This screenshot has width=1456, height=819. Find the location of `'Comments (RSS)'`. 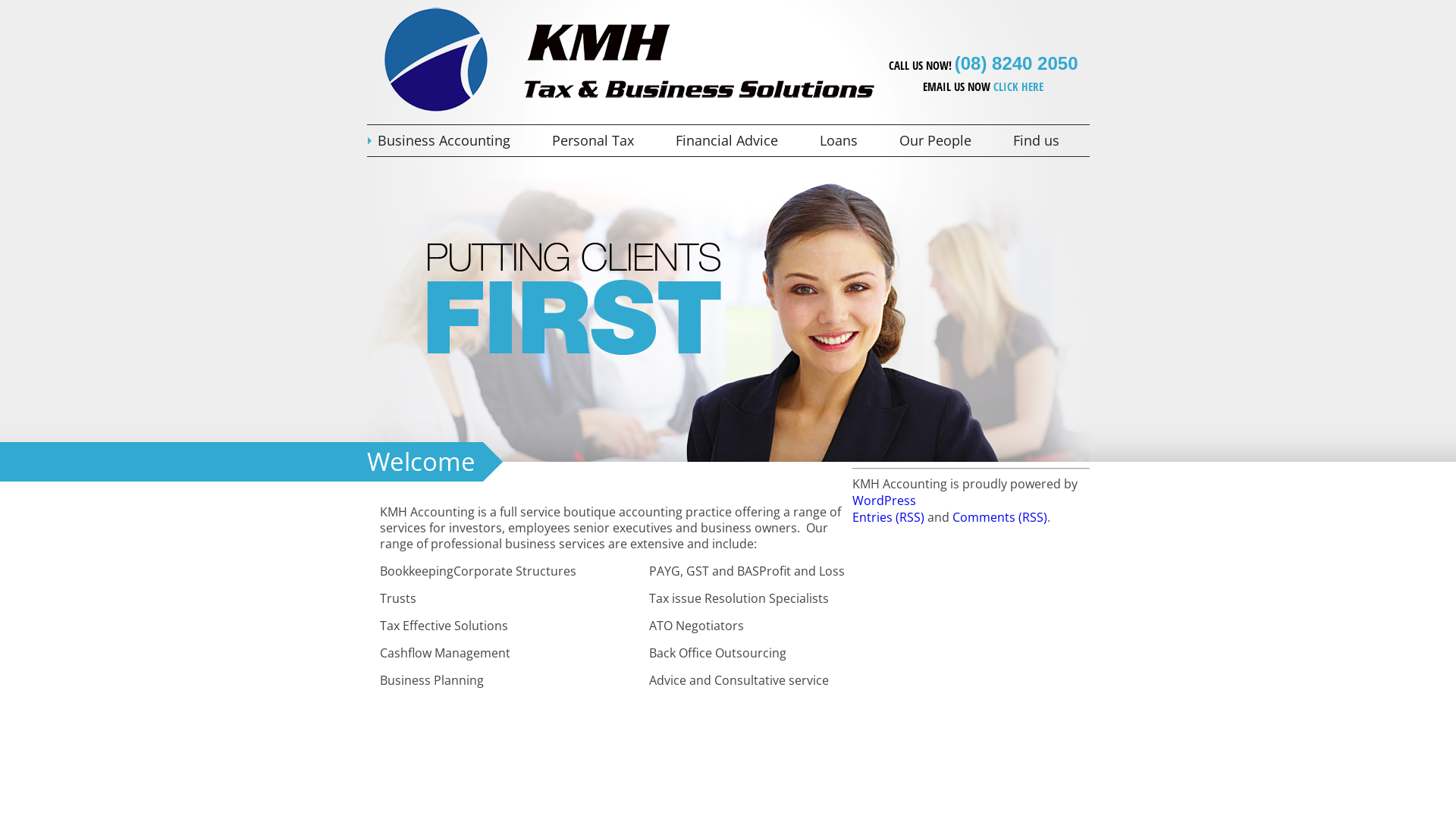

'Comments (RSS)' is located at coordinates (999, 516).